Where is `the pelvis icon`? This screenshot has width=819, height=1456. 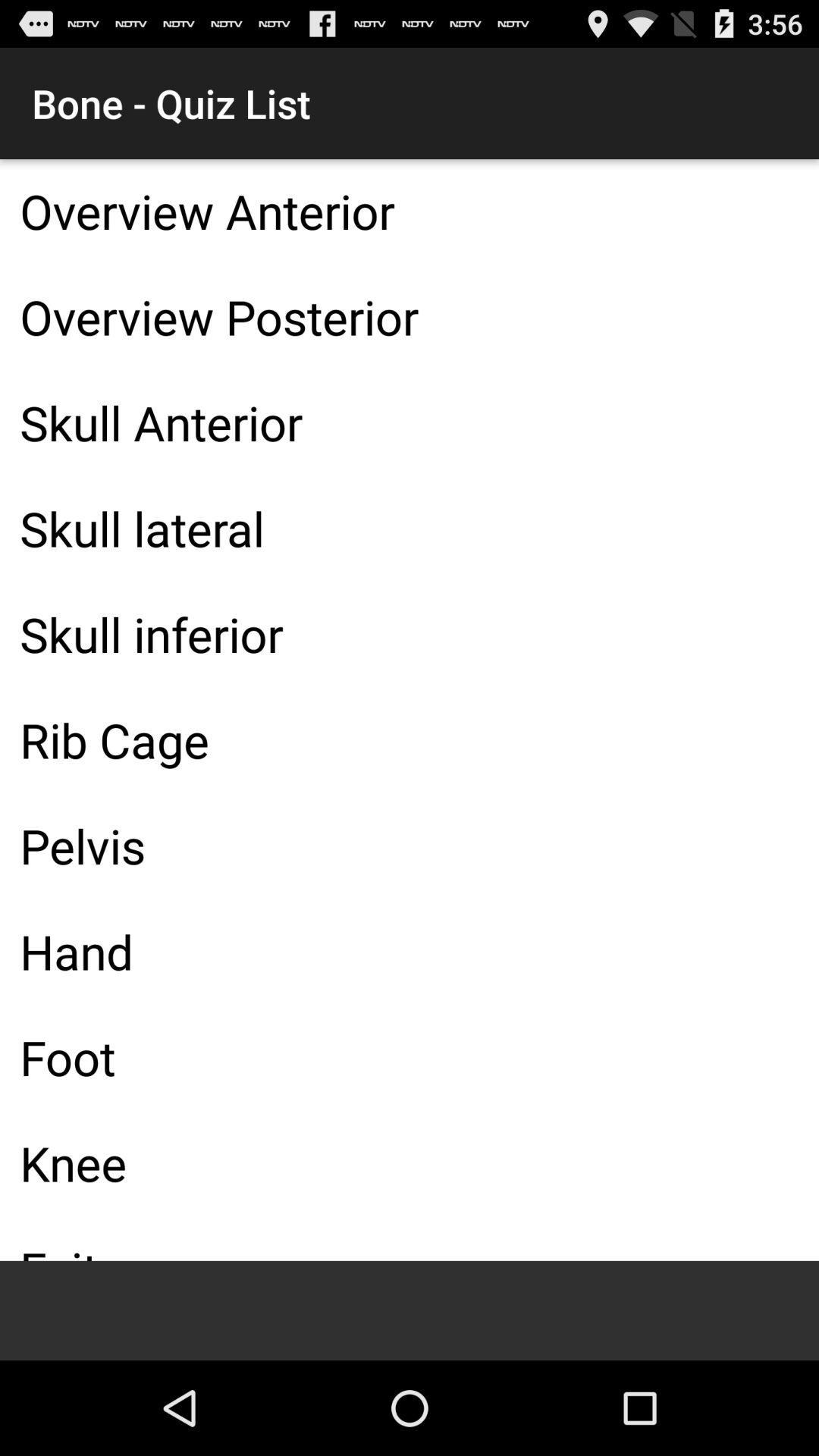 the pelvis icon is located at coordinates (409, 845).